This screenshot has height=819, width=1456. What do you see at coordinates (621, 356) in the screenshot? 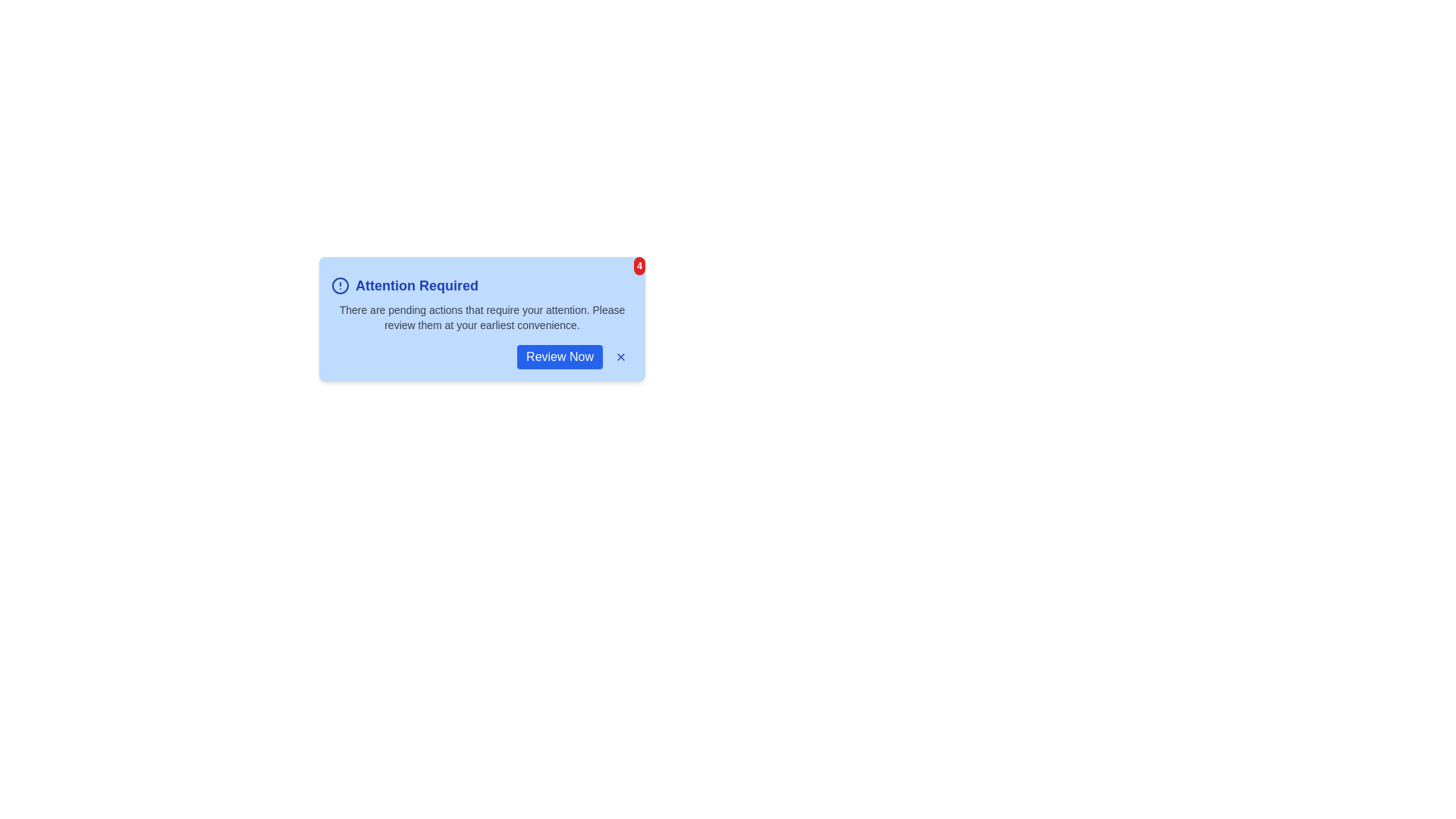
I see `the close icon located at the bottom-right corner of the notification interface` at bounding box center [621, 356].